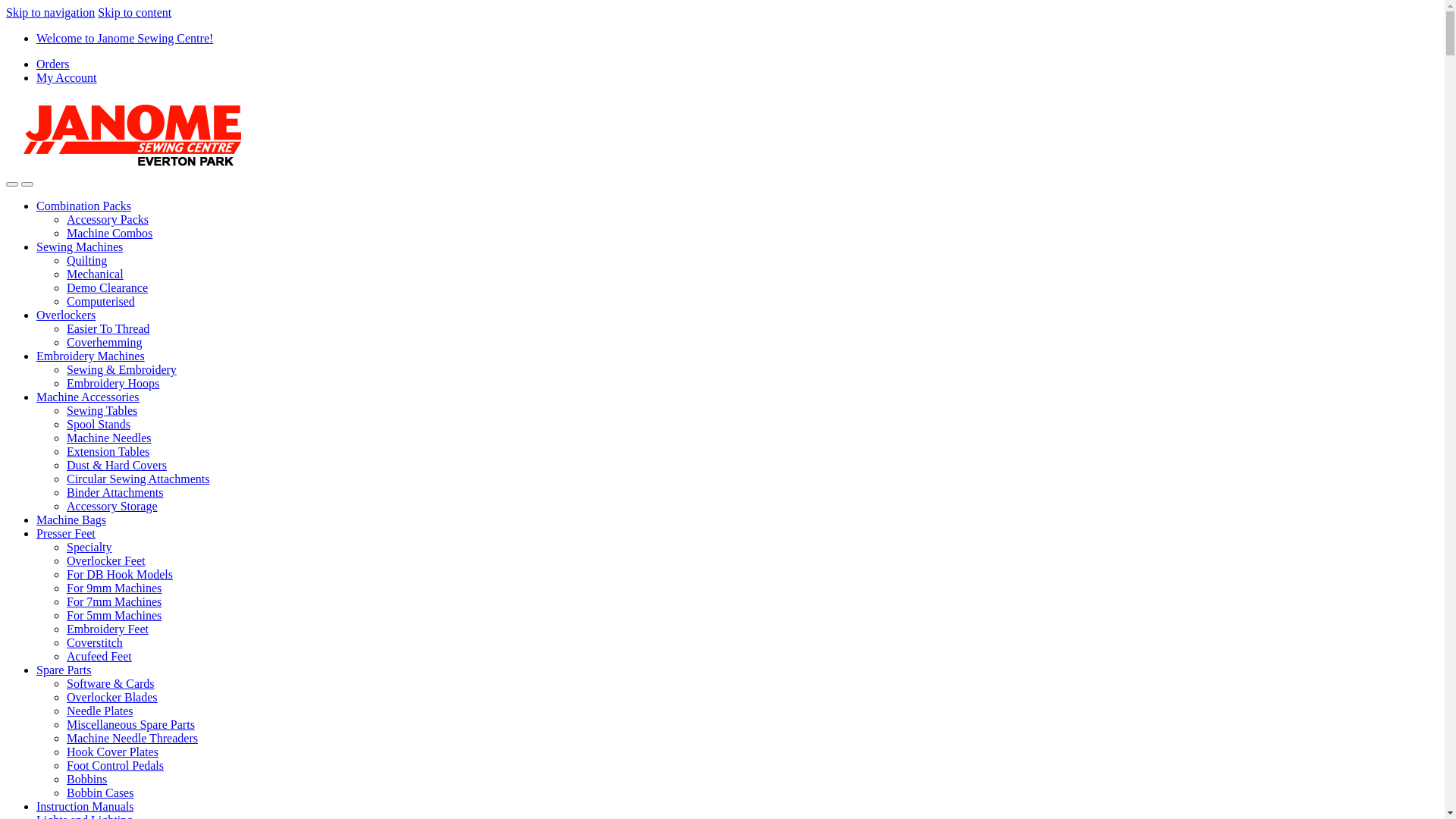 Image resolution: width=1456 pixels, height=819 pixels. I want to click on 'Extension Tables', so click(107, 450).